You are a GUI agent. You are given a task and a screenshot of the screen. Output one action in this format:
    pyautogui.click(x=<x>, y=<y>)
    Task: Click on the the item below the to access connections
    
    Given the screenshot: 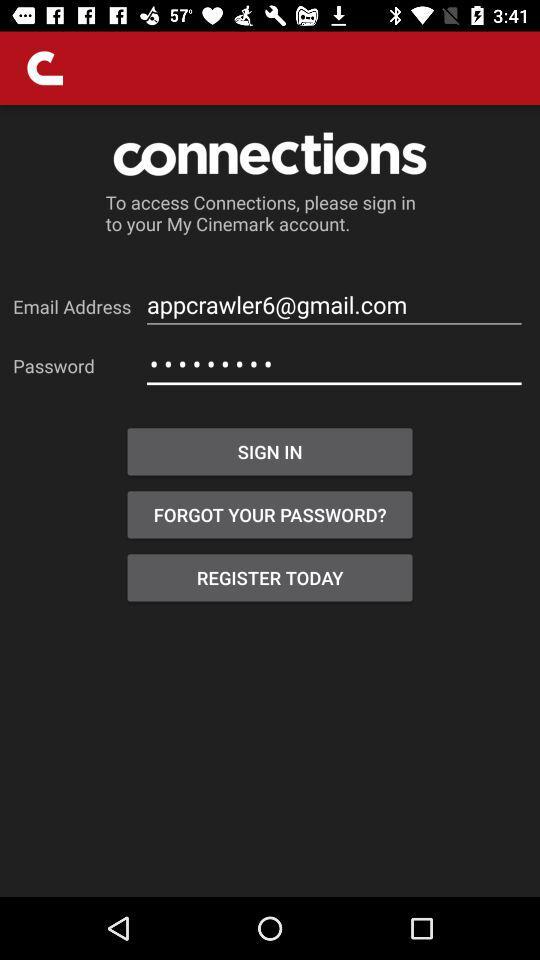 What is the action you would take?
    pyautogui.click(x=334, y=305)
    